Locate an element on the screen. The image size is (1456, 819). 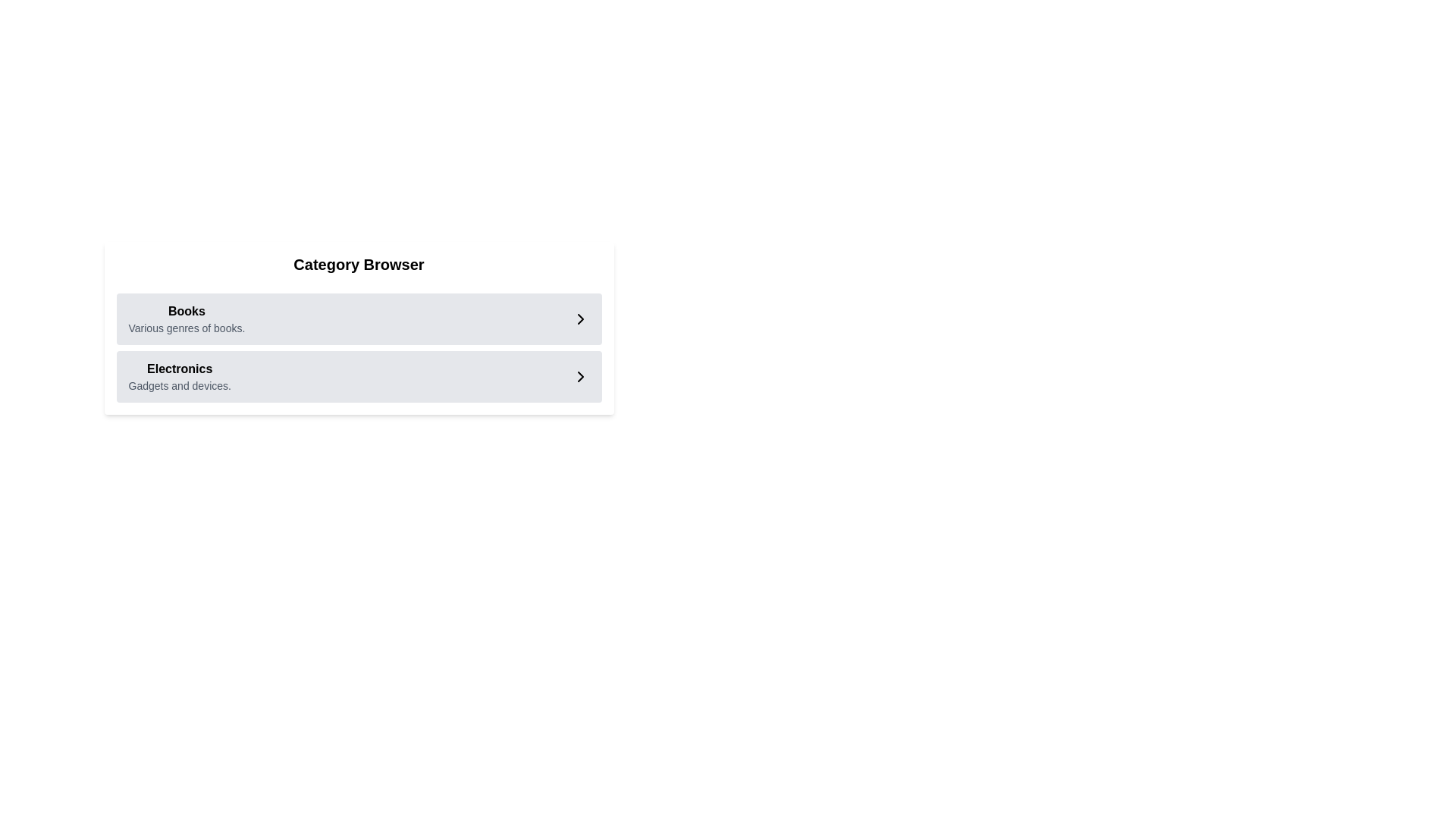
the second navigational category entry labeled 'Electronics' in the 'Category Browser' list is located at coordinates (358, 376).